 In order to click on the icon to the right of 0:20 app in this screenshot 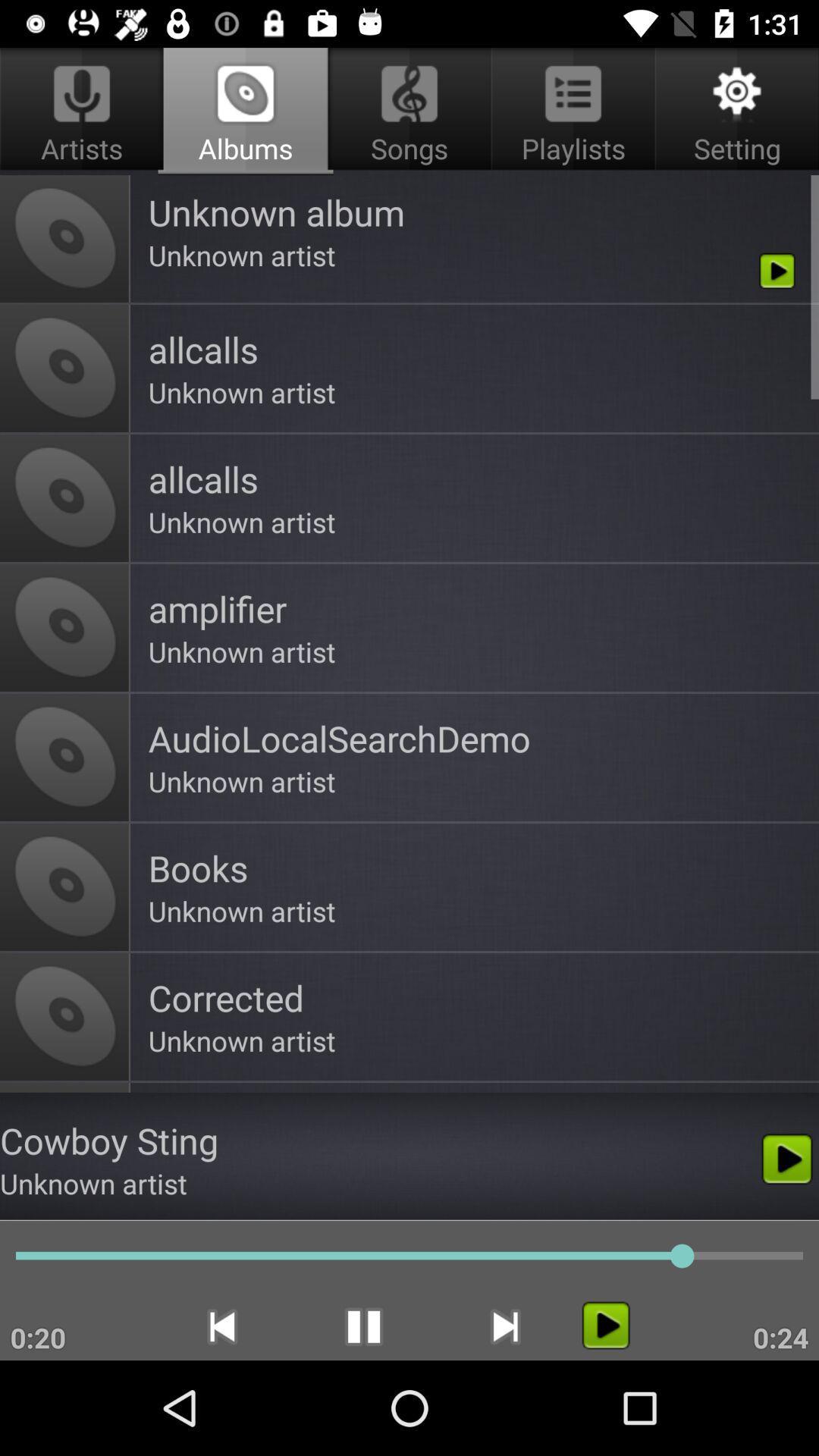, I will do `click(221, 1326)`.